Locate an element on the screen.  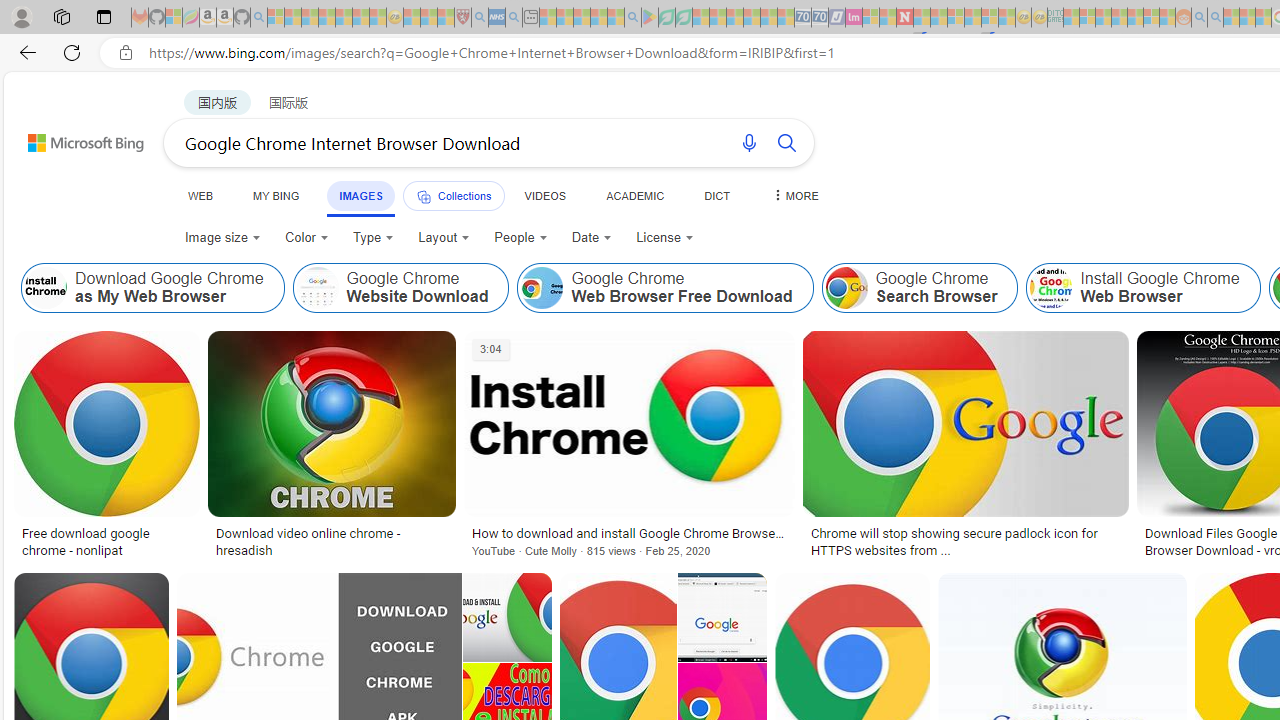
'Class: b_pri_nav_svg' is located at coordinates (422, 197).